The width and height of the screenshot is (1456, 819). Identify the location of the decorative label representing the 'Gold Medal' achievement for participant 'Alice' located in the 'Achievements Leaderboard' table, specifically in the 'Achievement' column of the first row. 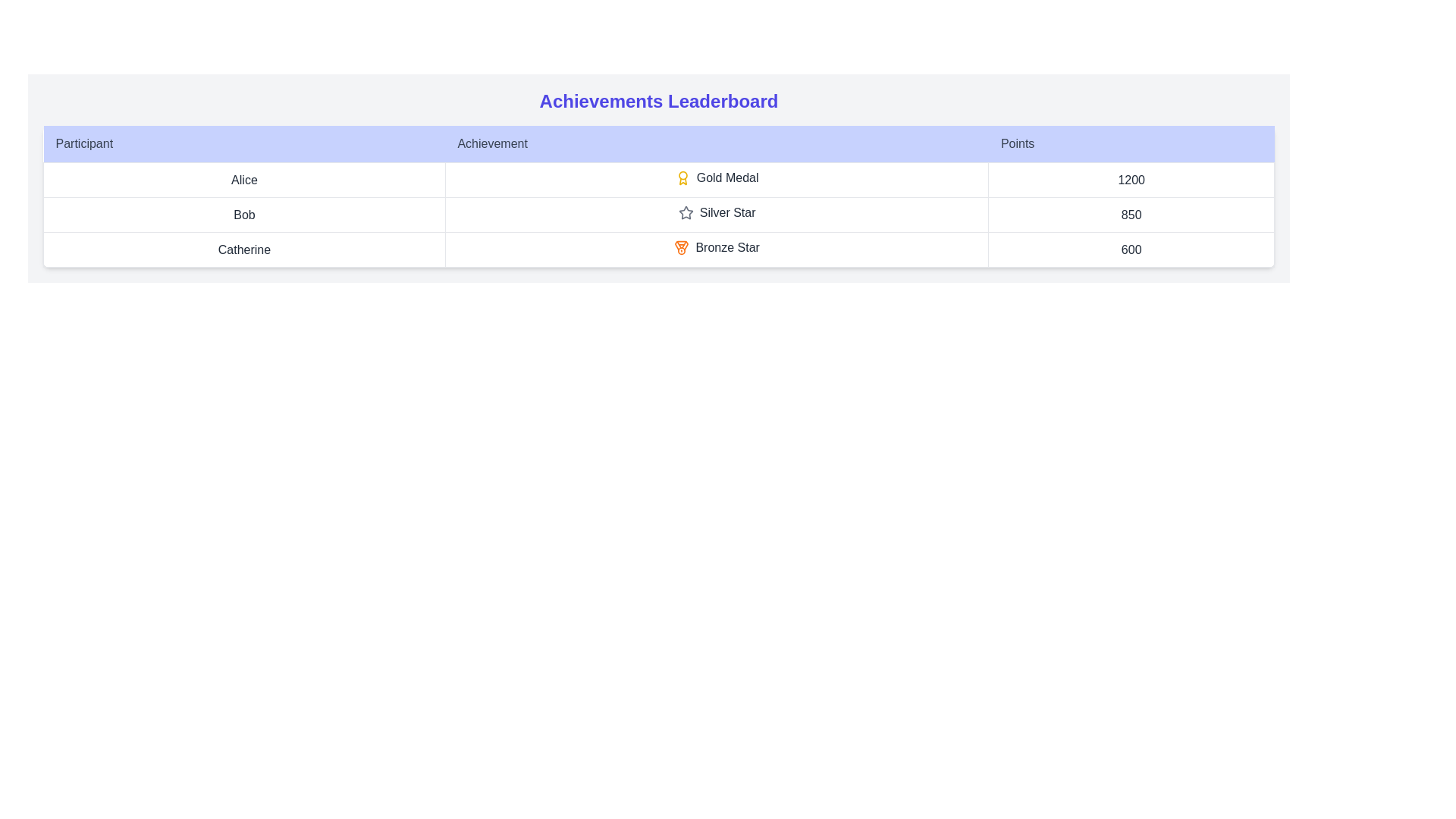
(716, 177).